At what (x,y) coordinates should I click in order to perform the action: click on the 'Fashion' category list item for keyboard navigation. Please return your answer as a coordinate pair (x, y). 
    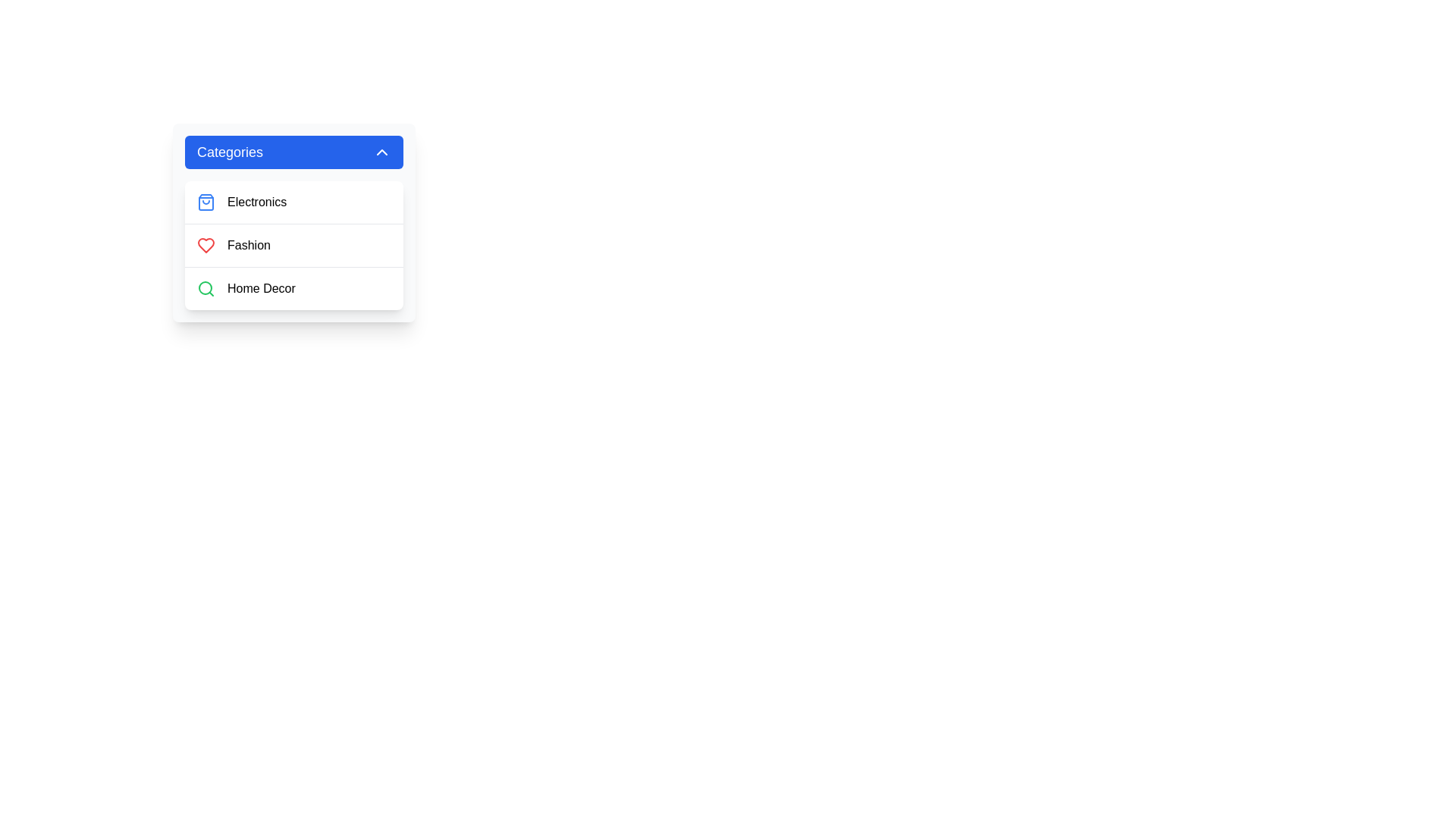
    Looking at the image, I should click on (294, 245).